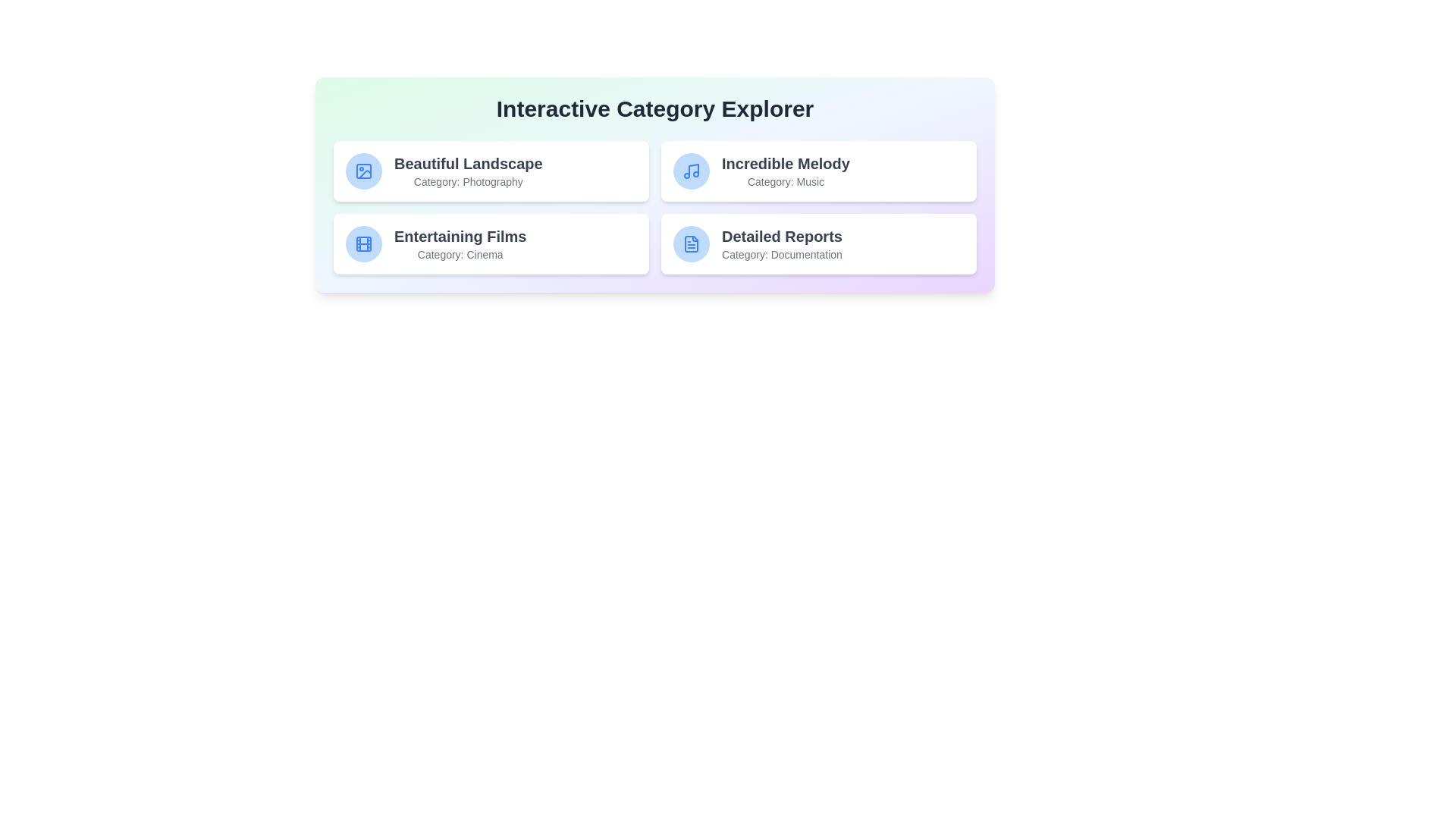 This screenshot has height=819, width=1456. What do you see at coordinates (491, 171) in the screenshot?
I see `the card representing the category Beautiful Landscape` at bounding box center [491, 171].